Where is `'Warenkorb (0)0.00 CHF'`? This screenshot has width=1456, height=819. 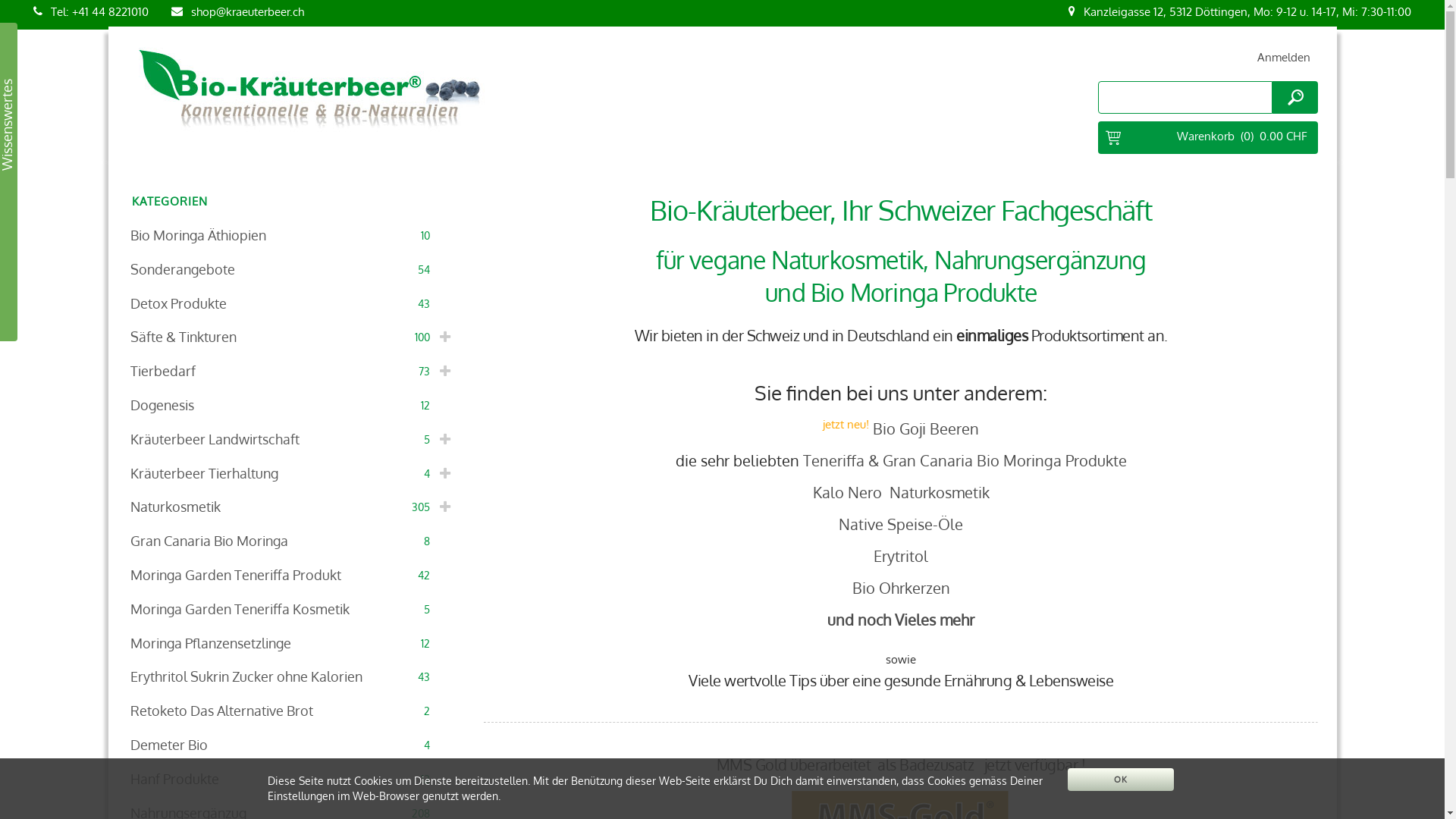
'Warenkorb (0)0.00 CHF' is located at coordinates (1207, 137).